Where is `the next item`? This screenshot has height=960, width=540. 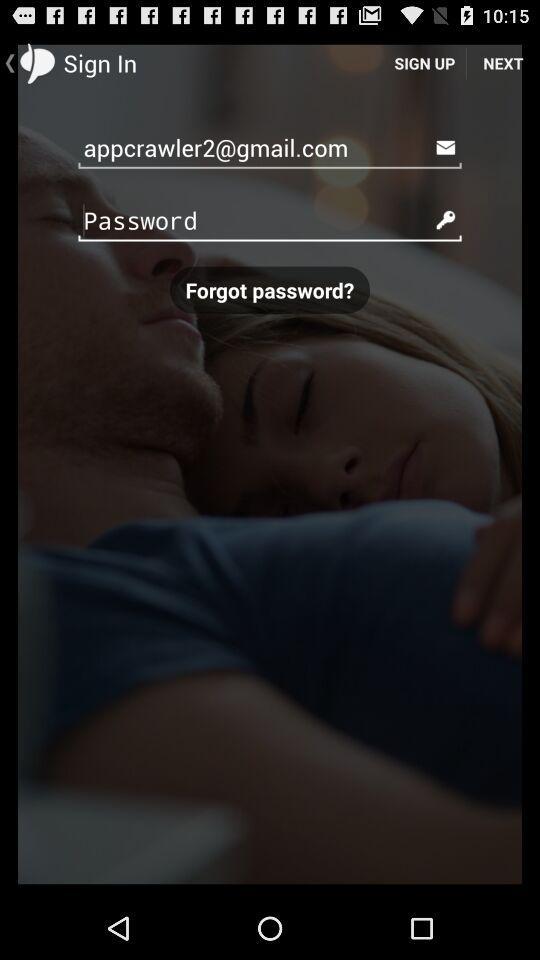
the next item is located at coordinates (502, 62).